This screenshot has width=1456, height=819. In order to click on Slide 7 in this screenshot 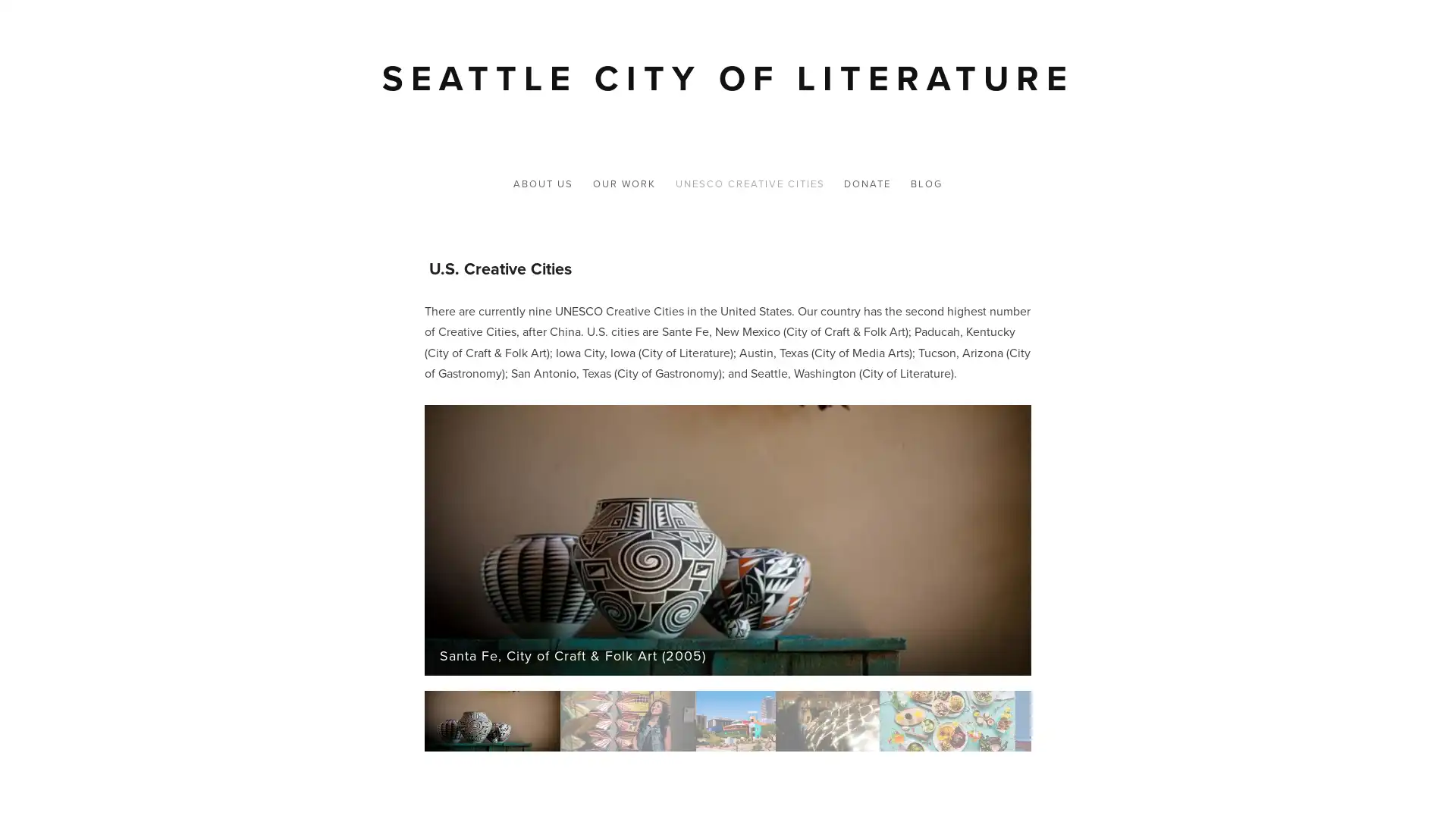, I will do `click(1196, 720)`.